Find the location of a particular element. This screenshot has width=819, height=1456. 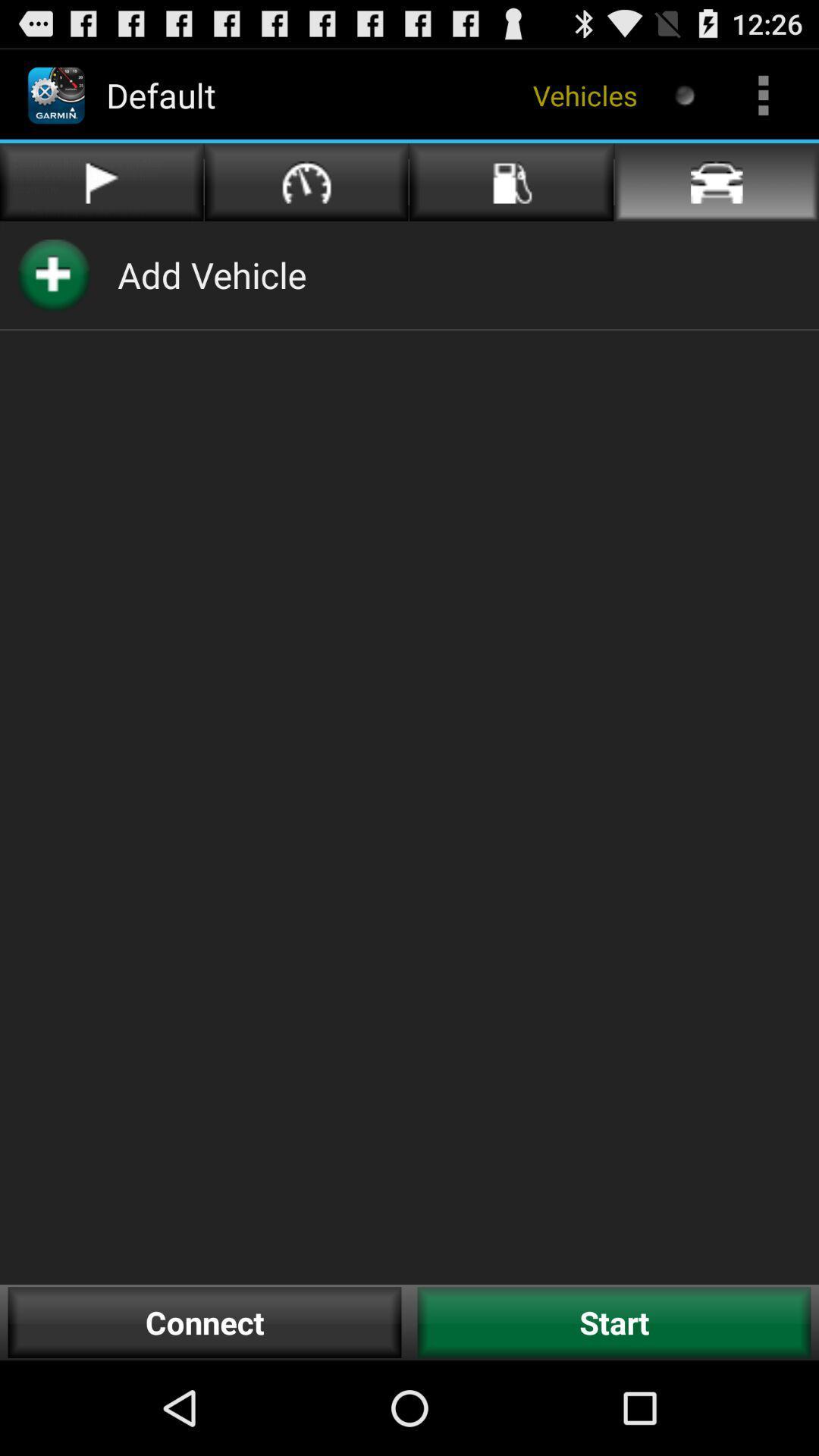

button above connect is located at coordinates (212, 275).